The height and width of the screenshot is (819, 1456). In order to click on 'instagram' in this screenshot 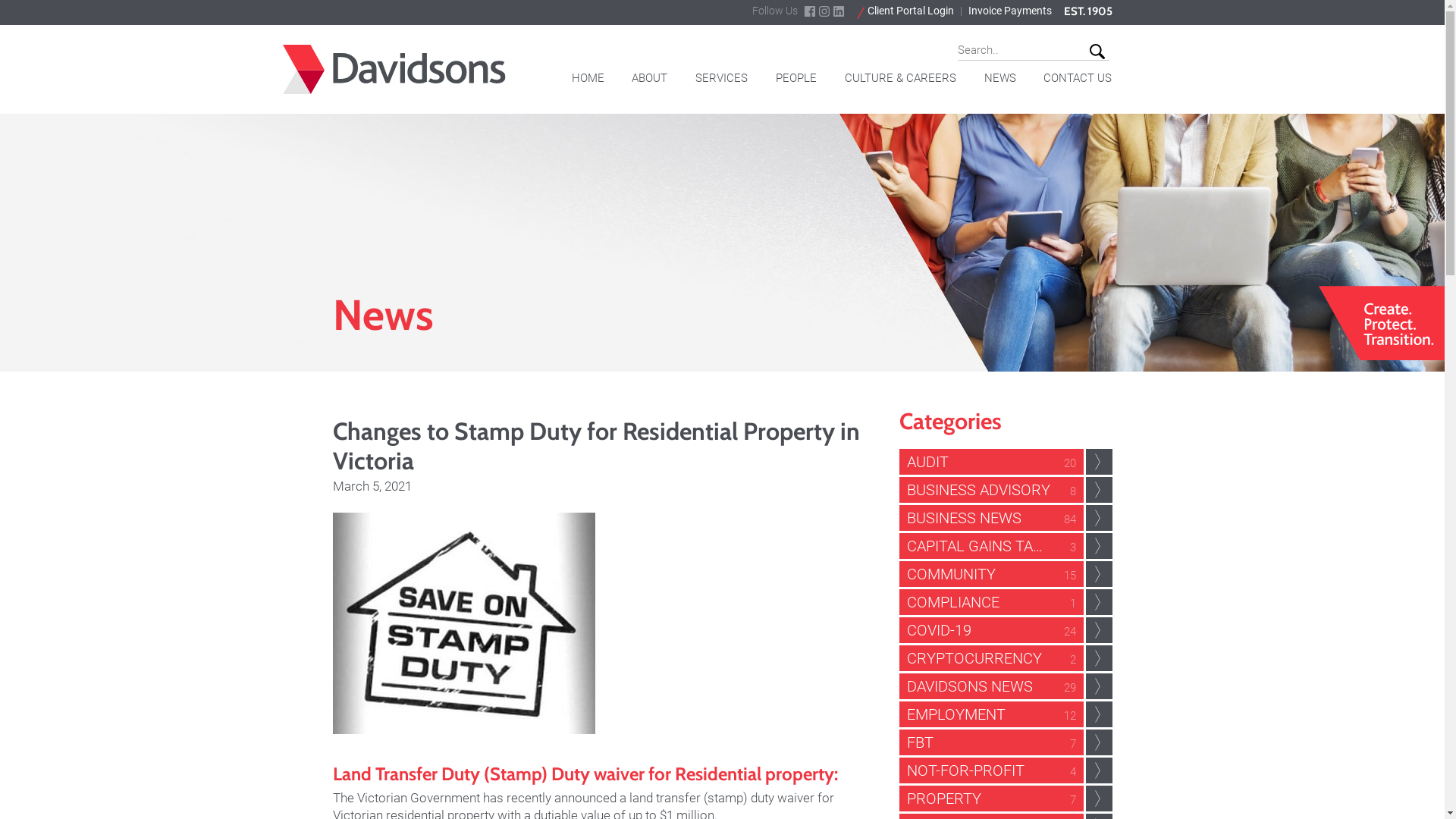, I will do `click(823, 11)`.